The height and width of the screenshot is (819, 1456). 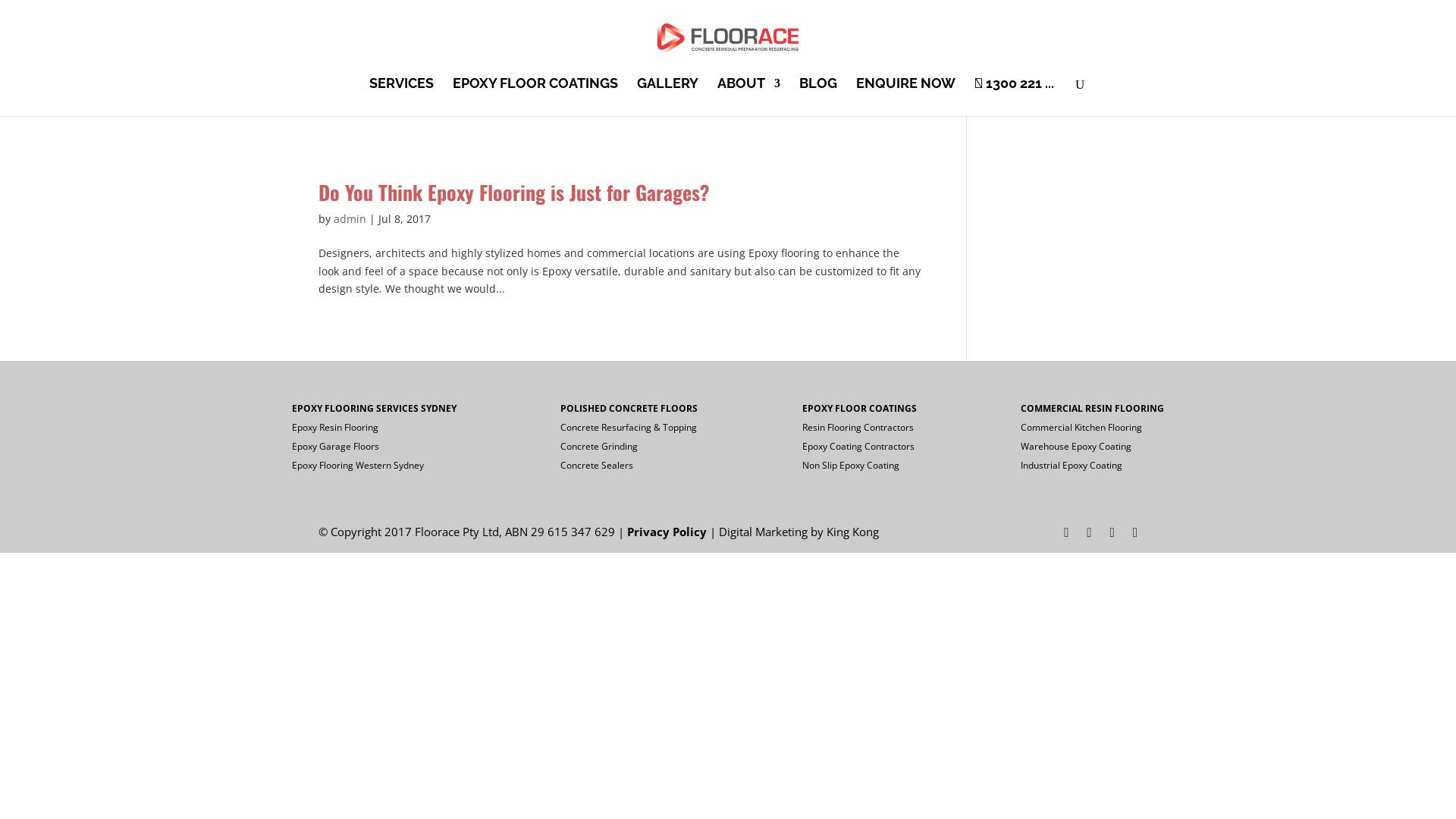 I want to click on 'Resin Flooring Contractors', so click(x=858, y=427).